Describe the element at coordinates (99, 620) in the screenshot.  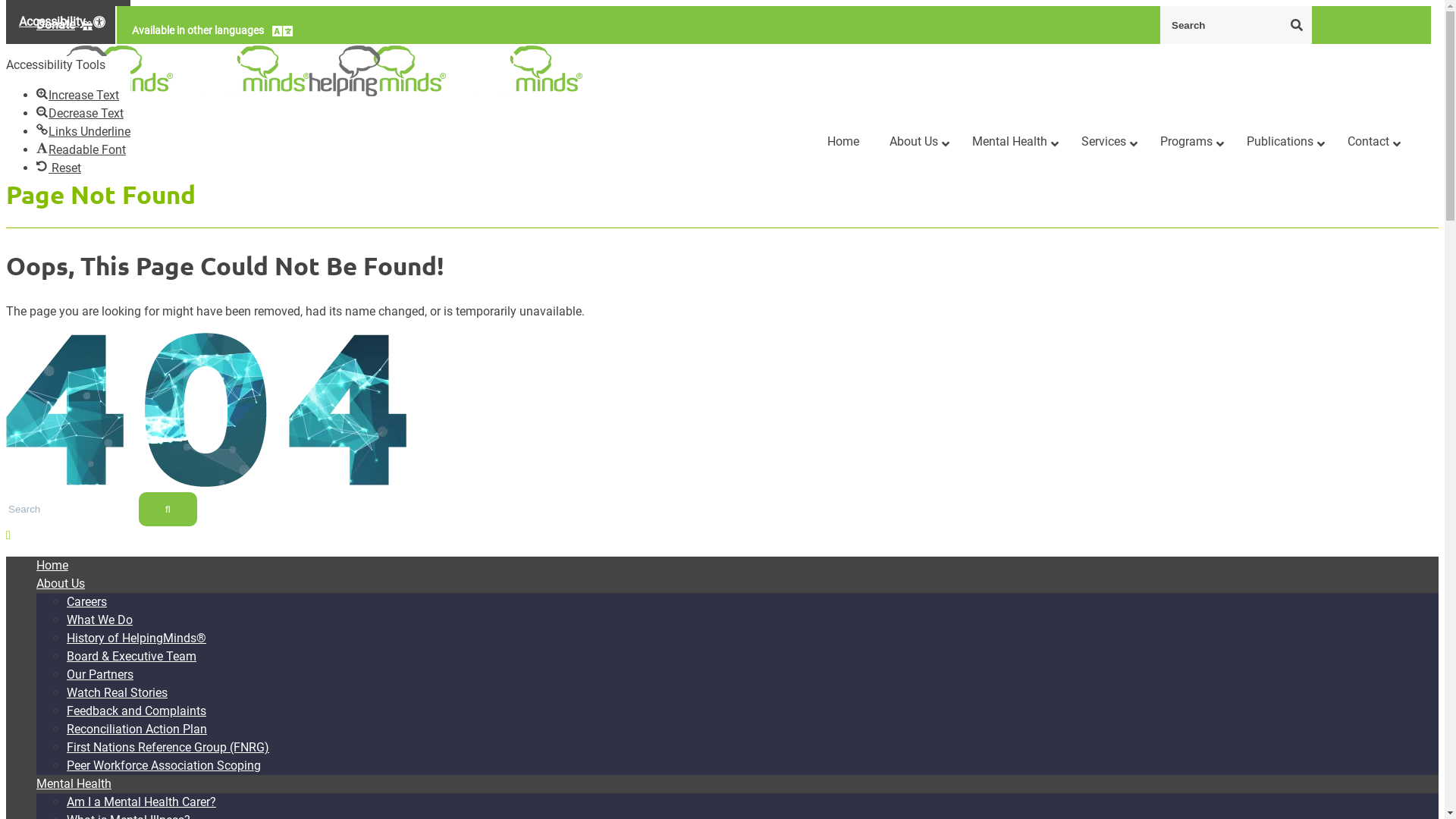
I see `'What We Do'` at that location.